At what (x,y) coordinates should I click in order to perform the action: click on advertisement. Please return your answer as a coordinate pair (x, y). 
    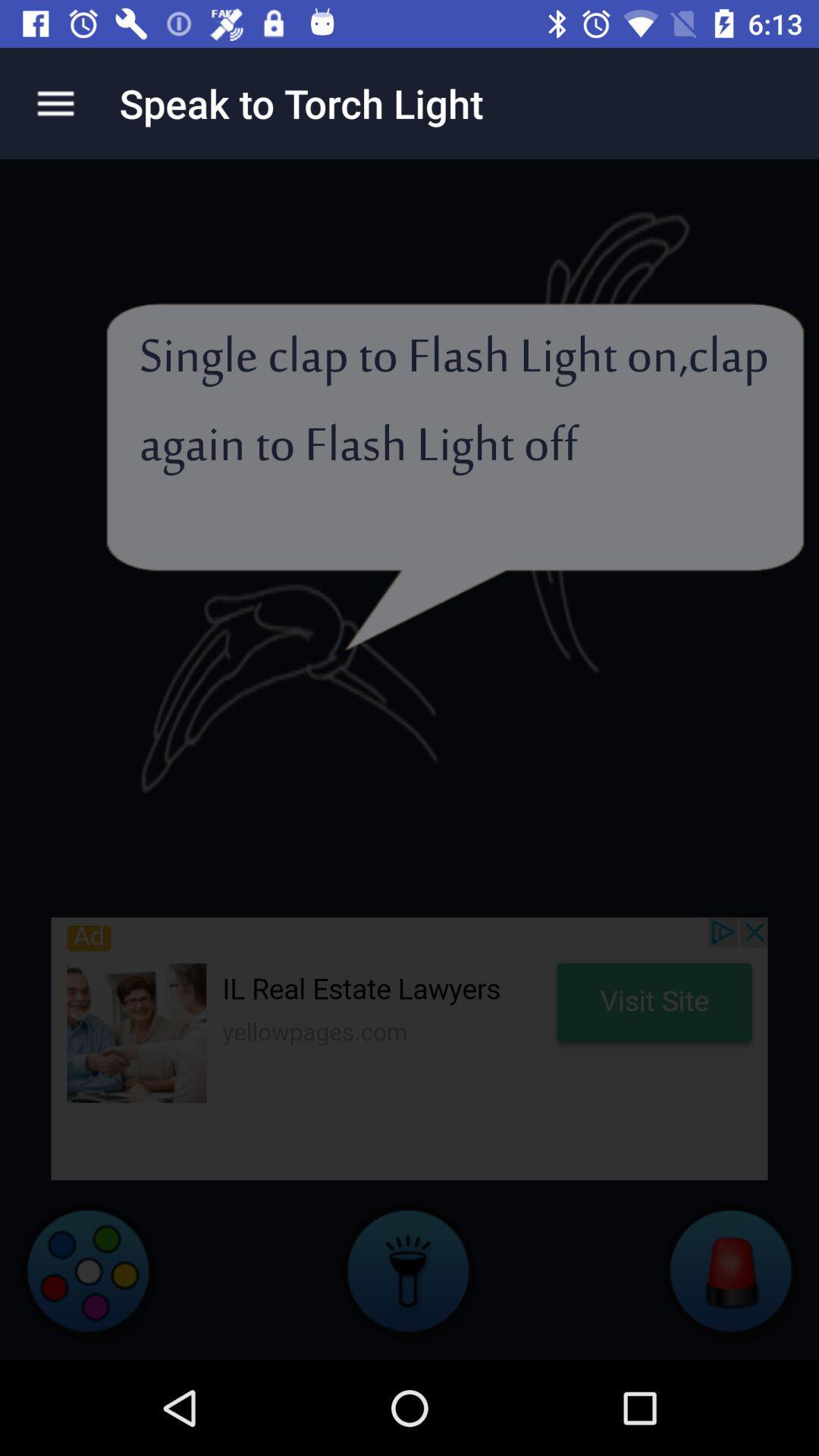
    Looking at the image, I should click on (409, 1047).